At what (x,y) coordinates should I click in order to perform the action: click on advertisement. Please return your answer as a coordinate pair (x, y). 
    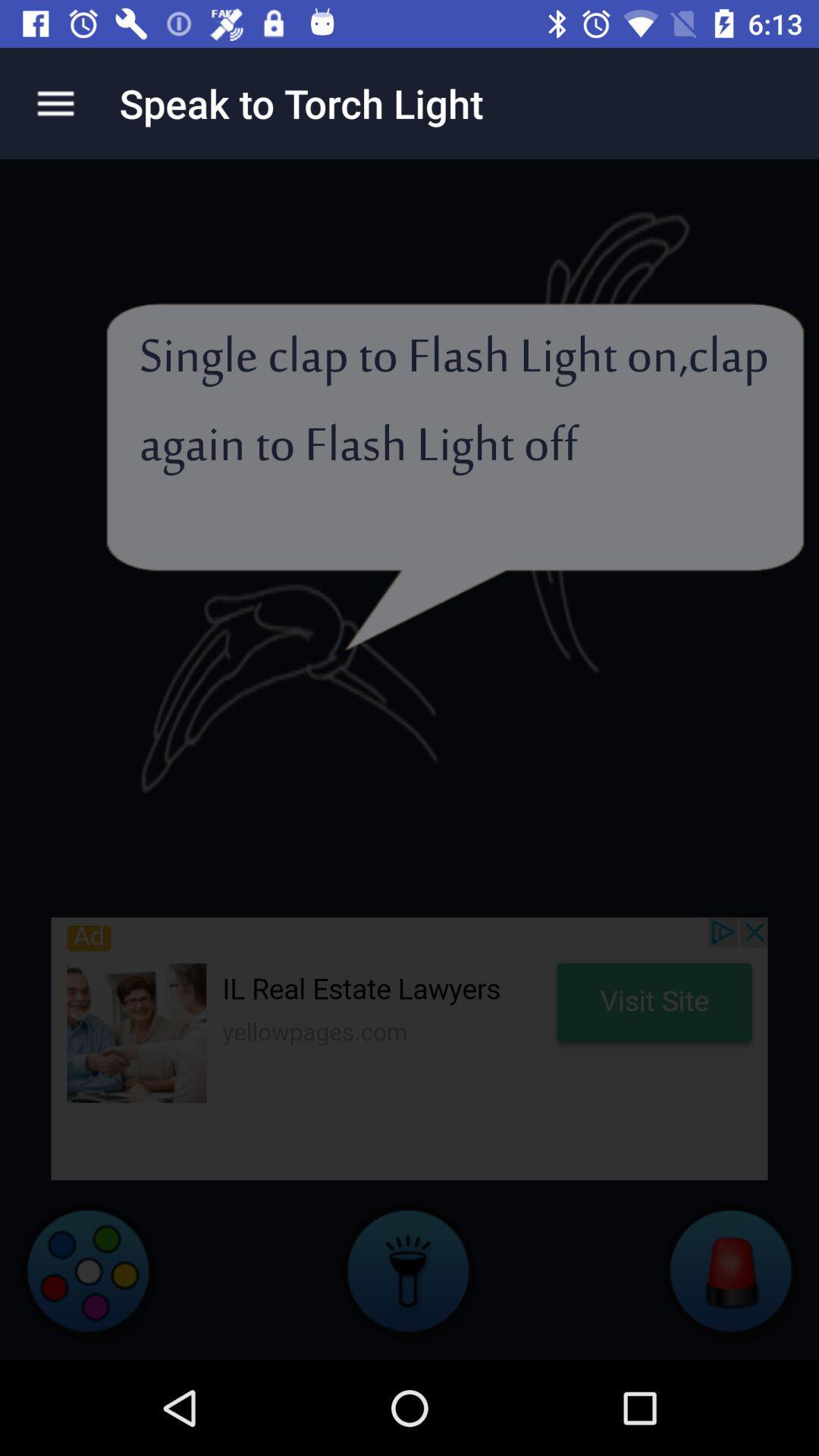
    Looking at the image, I should click on (409, 1047).